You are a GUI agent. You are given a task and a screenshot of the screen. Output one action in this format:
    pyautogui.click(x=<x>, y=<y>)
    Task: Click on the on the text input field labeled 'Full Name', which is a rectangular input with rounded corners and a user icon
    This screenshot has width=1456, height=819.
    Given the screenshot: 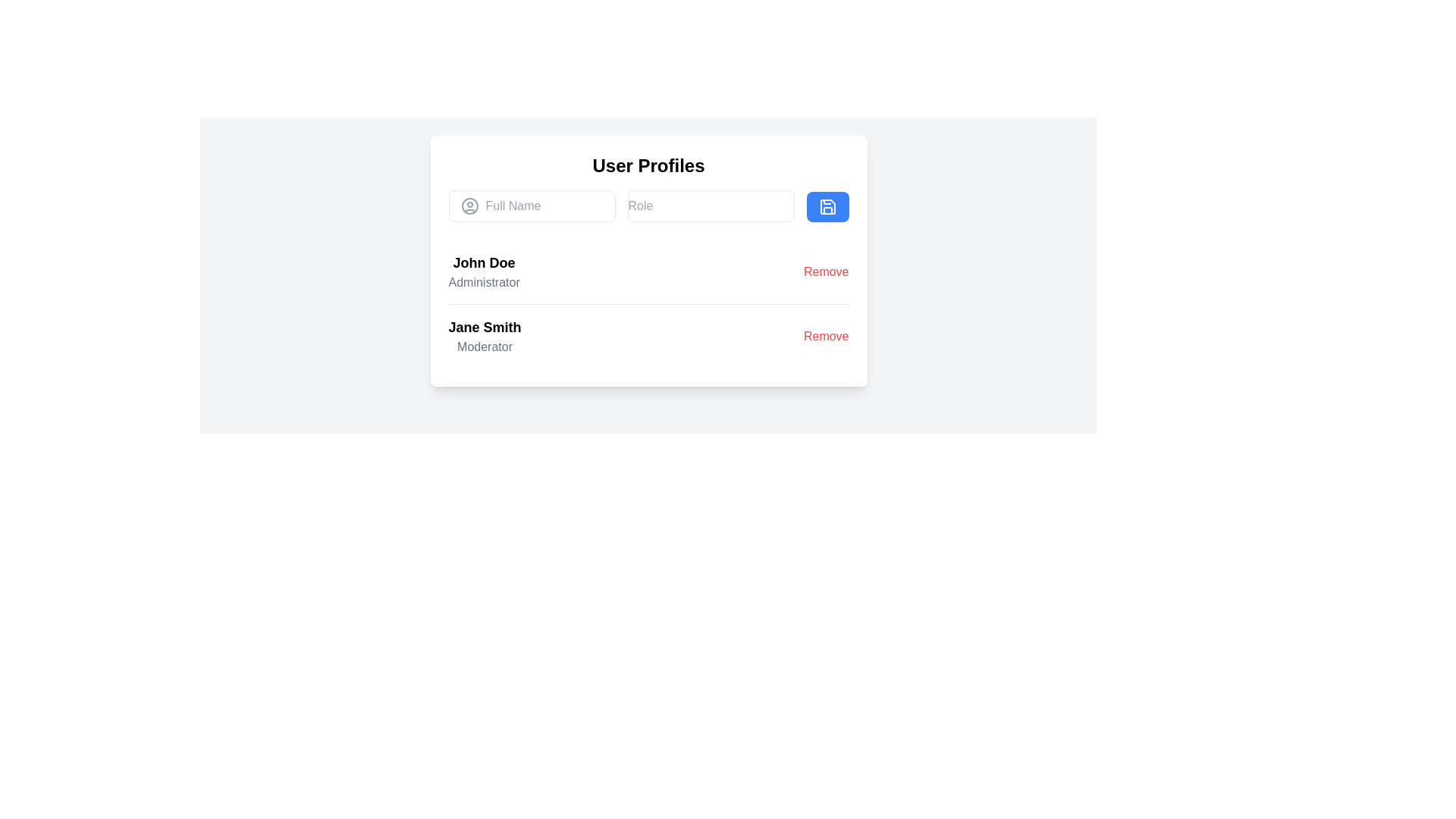 What is the action you would take?
    pyautogui.click(x=532, y=206)
    